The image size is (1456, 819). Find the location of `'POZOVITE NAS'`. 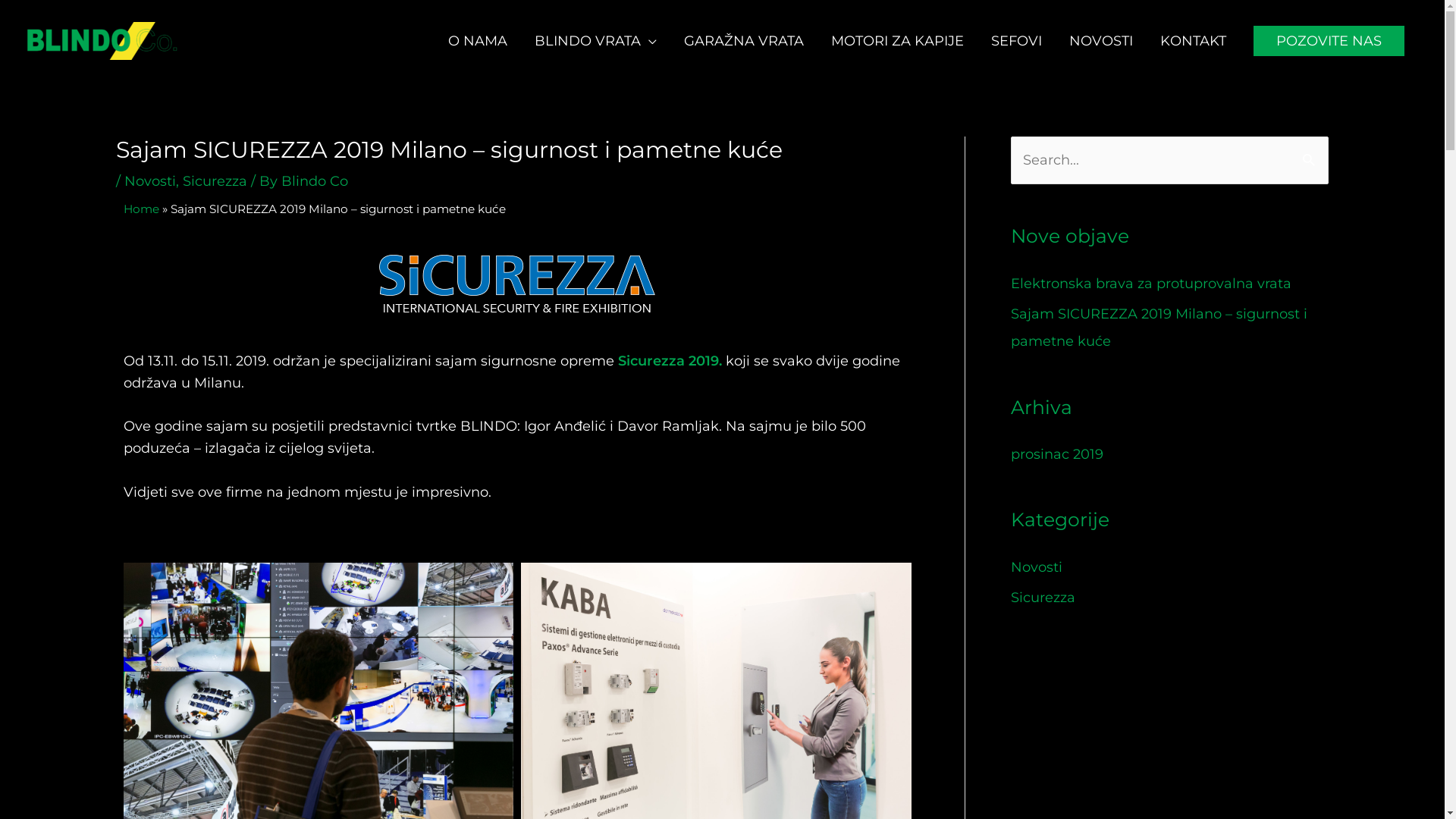

'POZOVITE NAS' is located at coordinates (1328, 40).